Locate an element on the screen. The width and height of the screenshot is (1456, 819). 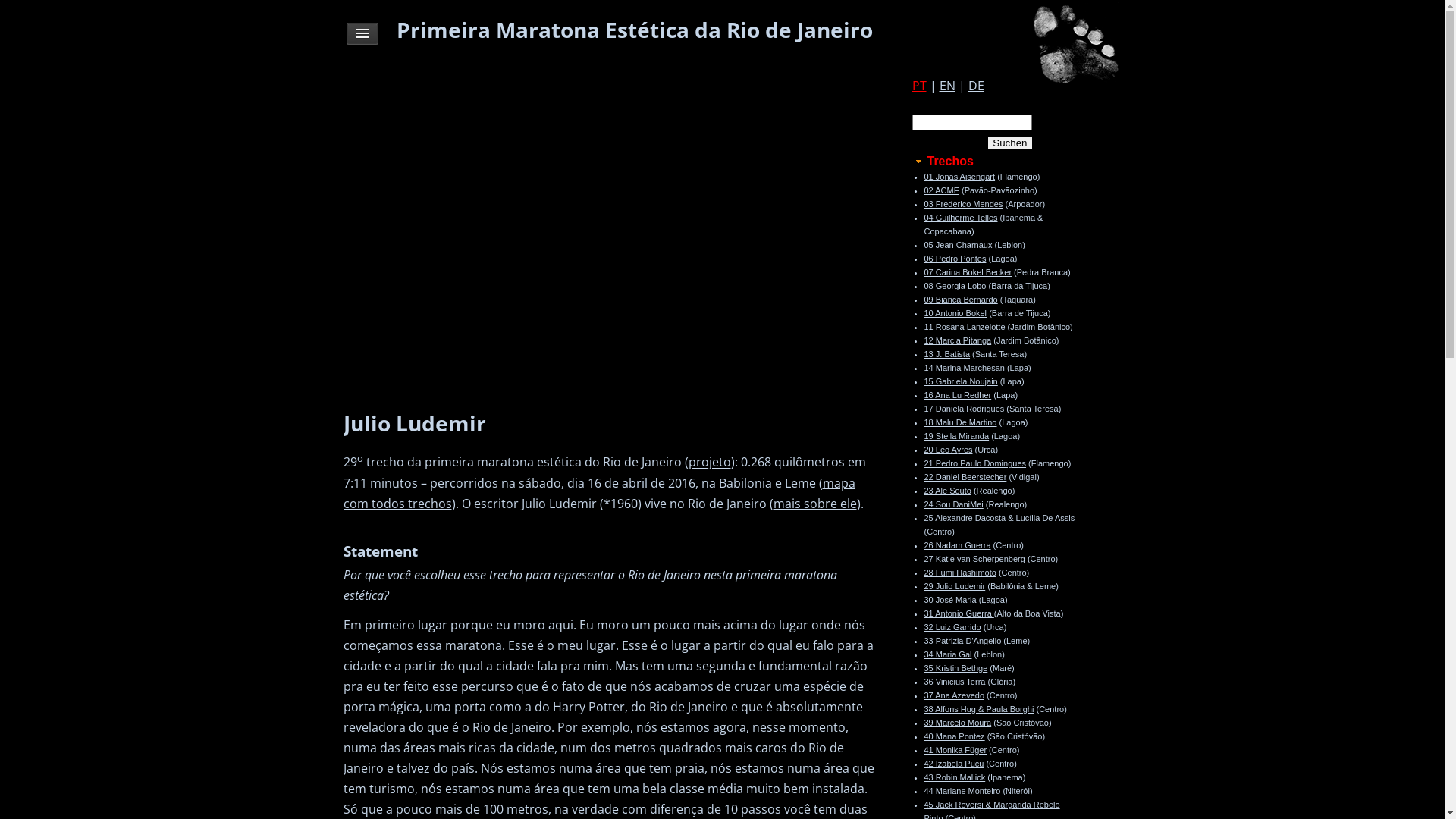
'10 Antonio Bokel' is located at coordinates (954, 312).